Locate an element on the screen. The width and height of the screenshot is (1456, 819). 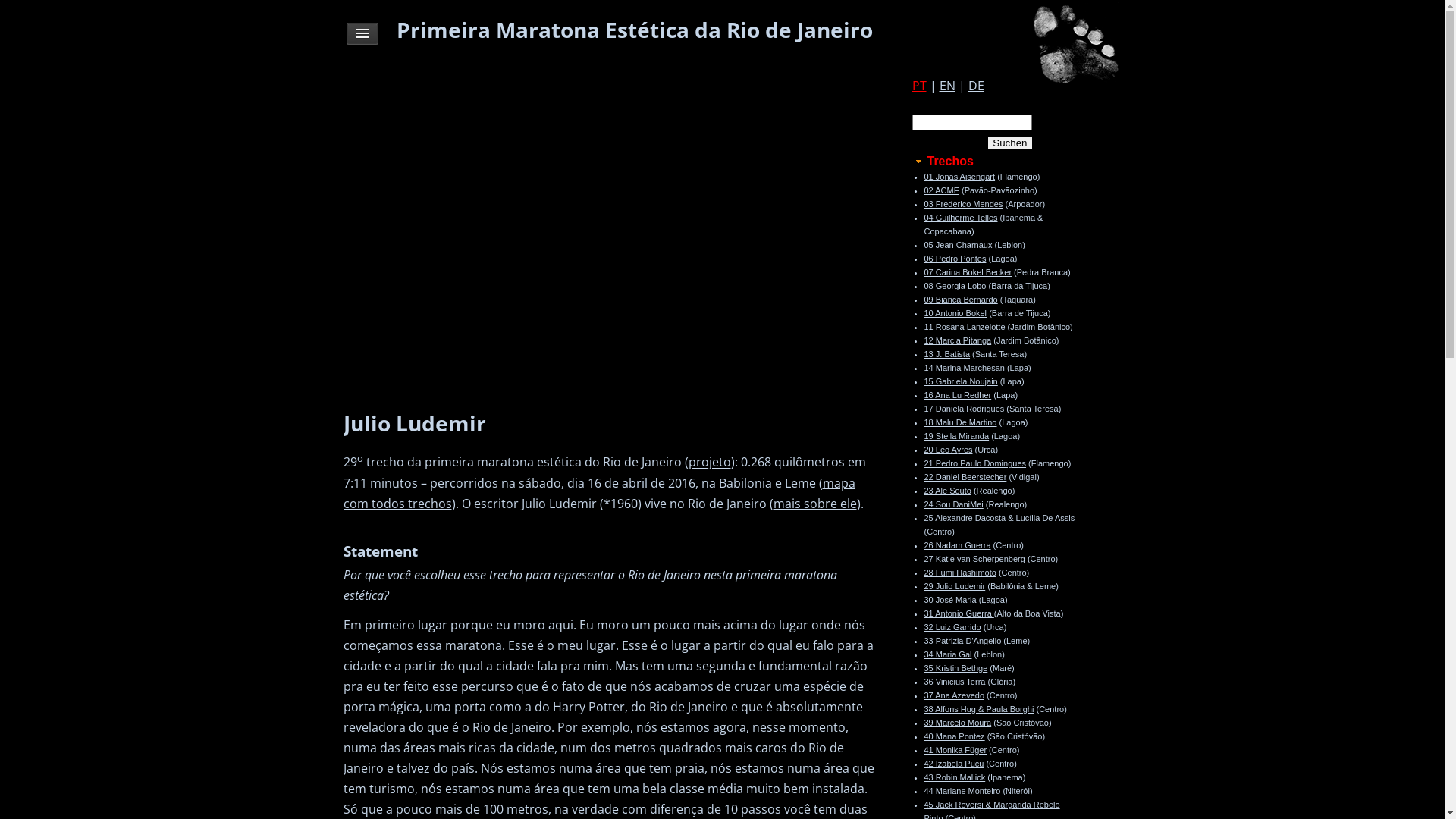
'10 Antonio Bokel' is located at coordinates (954, 312).